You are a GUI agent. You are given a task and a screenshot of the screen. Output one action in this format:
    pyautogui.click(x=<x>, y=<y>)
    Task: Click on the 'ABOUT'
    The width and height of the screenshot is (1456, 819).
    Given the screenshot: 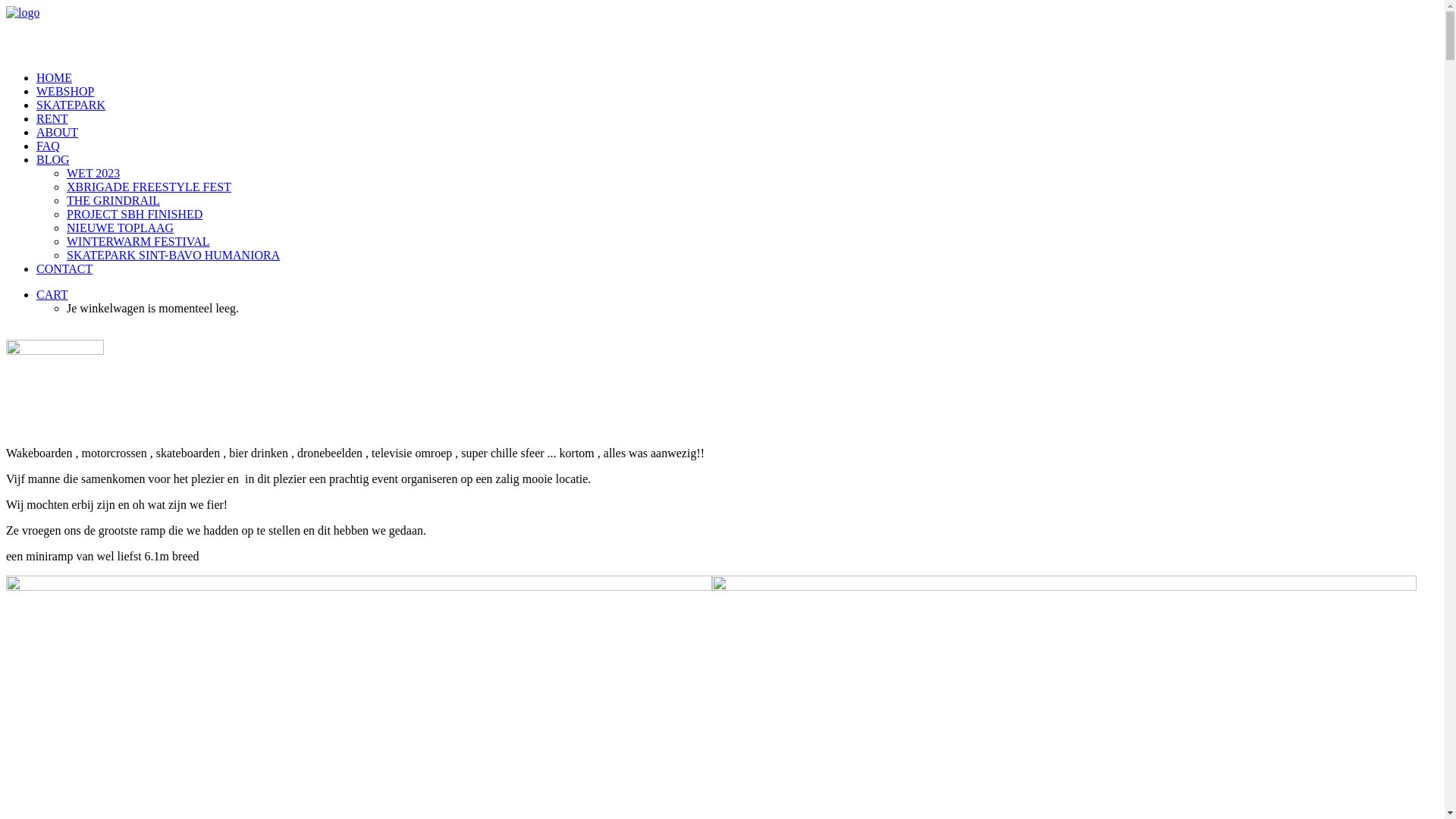 What is the action you would take?
    pyautogui.click(x=57, y=131)
    